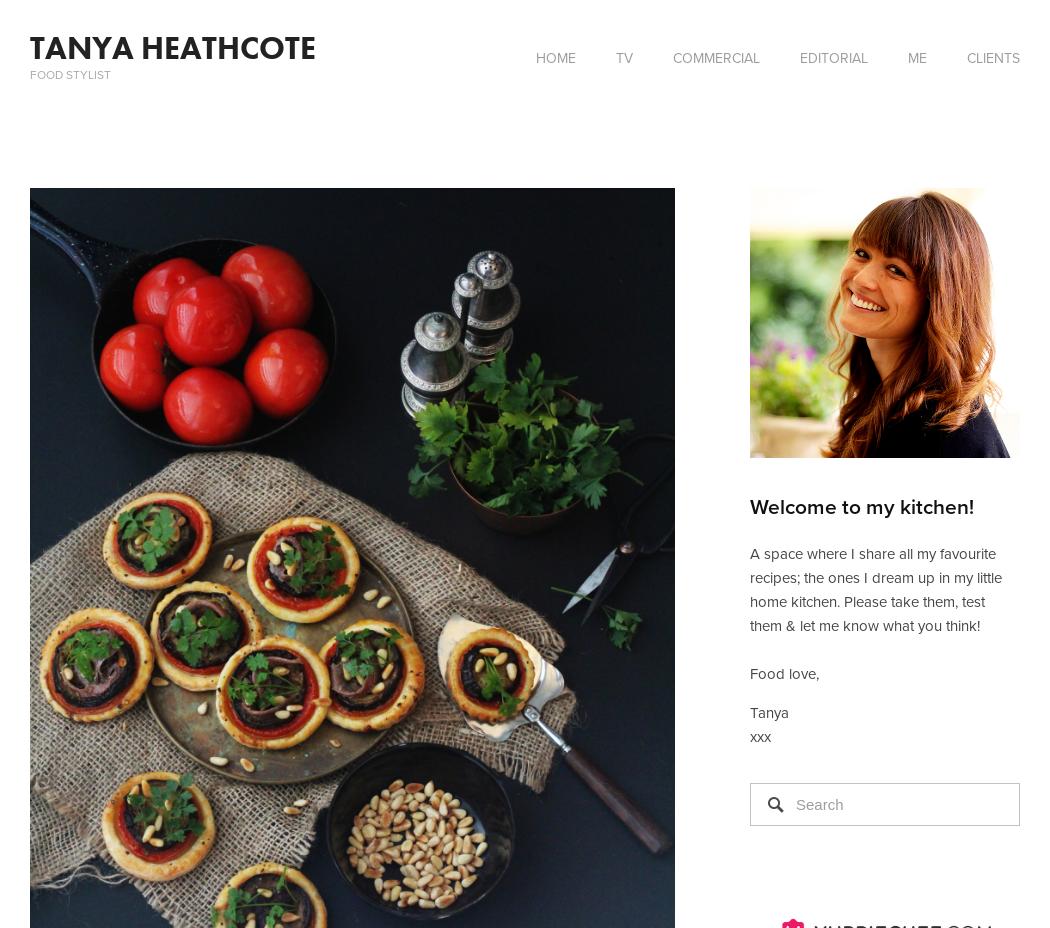 The width and height of the screenshot is (1050, 928). What do you see at coordinates (993, 57) in the screenshot?
I see `'CLIENTS'` at bounding box center [993, 57].